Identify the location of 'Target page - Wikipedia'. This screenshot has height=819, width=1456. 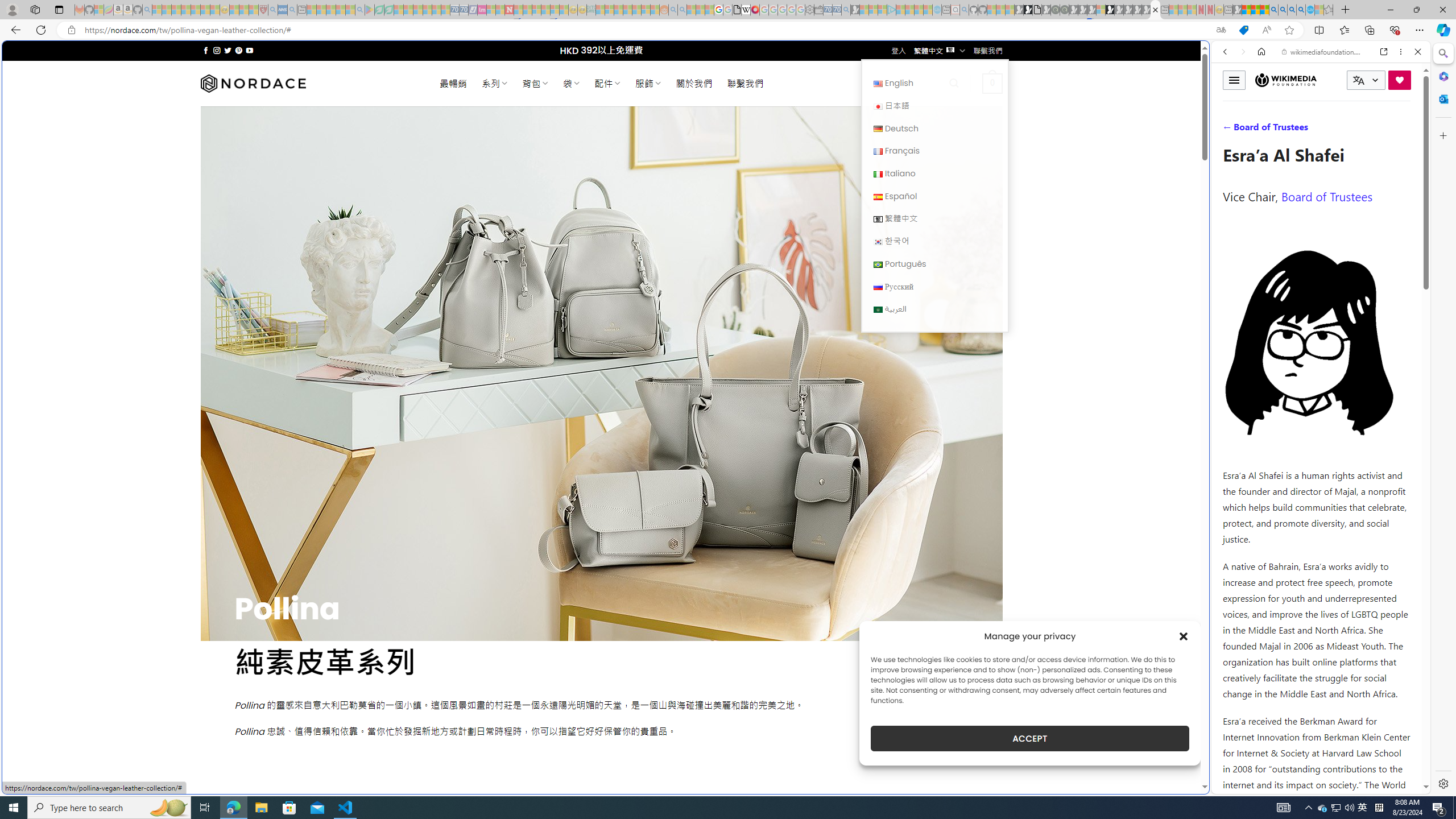
(746, 9).